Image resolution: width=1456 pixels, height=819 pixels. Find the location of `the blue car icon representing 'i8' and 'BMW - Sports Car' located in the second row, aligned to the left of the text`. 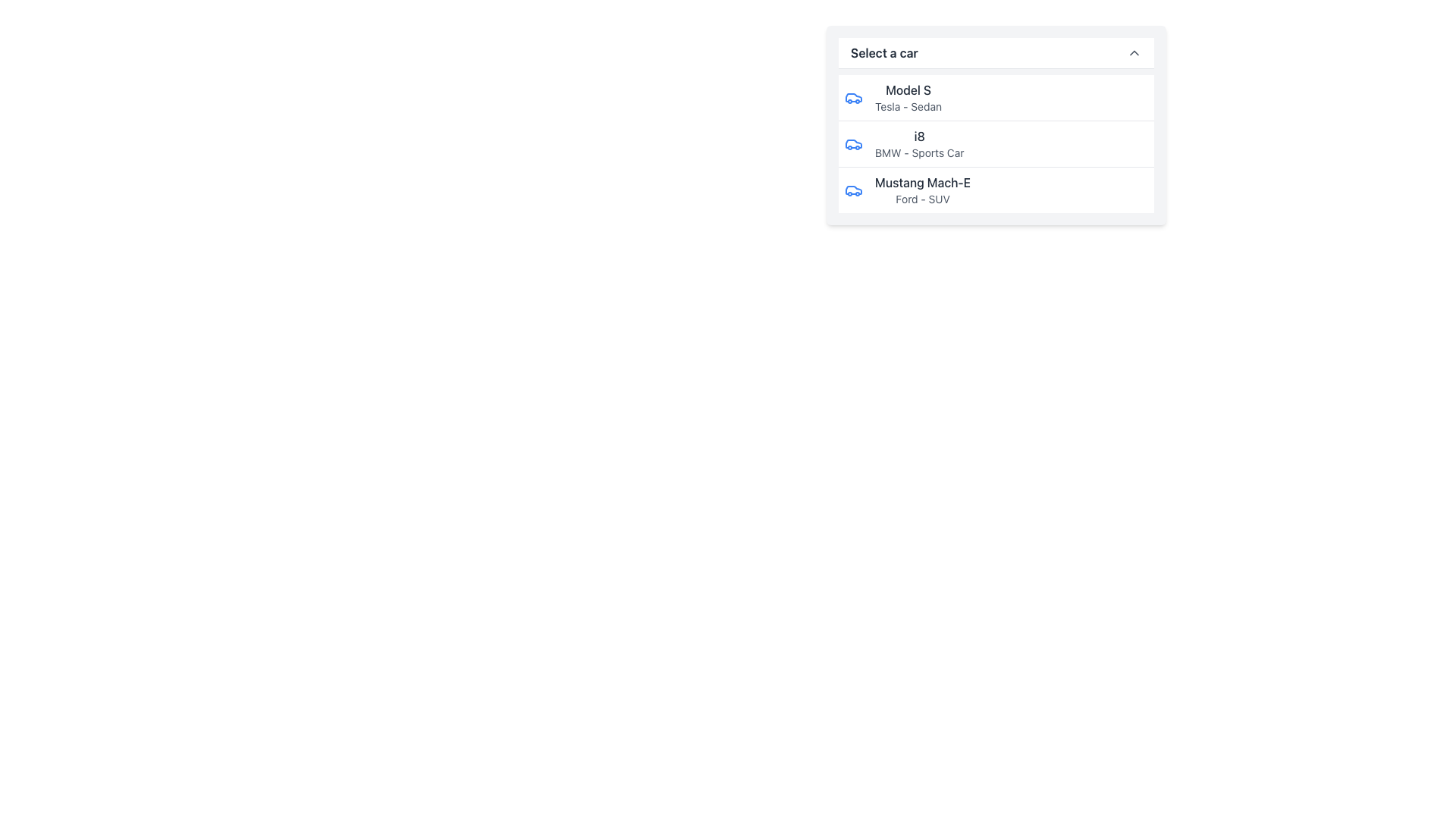

the blue car icon representing 'i8' and 'BMW - Sports Car' located in the second row, aligned to the left of the text is located at coordinates (854, 143).